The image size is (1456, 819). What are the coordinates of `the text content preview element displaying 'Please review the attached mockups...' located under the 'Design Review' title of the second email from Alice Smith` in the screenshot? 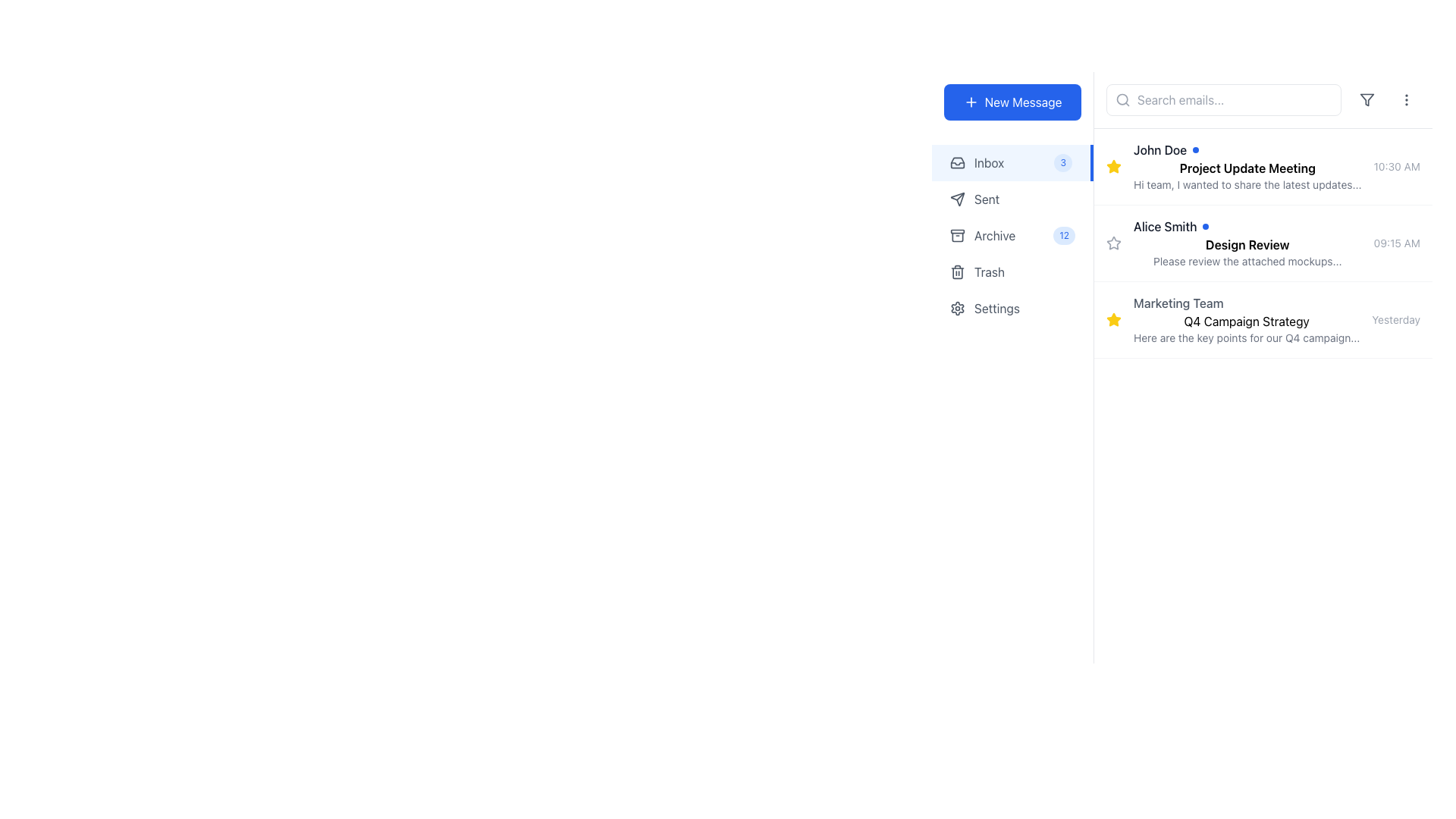 It's located at (1247, 260).